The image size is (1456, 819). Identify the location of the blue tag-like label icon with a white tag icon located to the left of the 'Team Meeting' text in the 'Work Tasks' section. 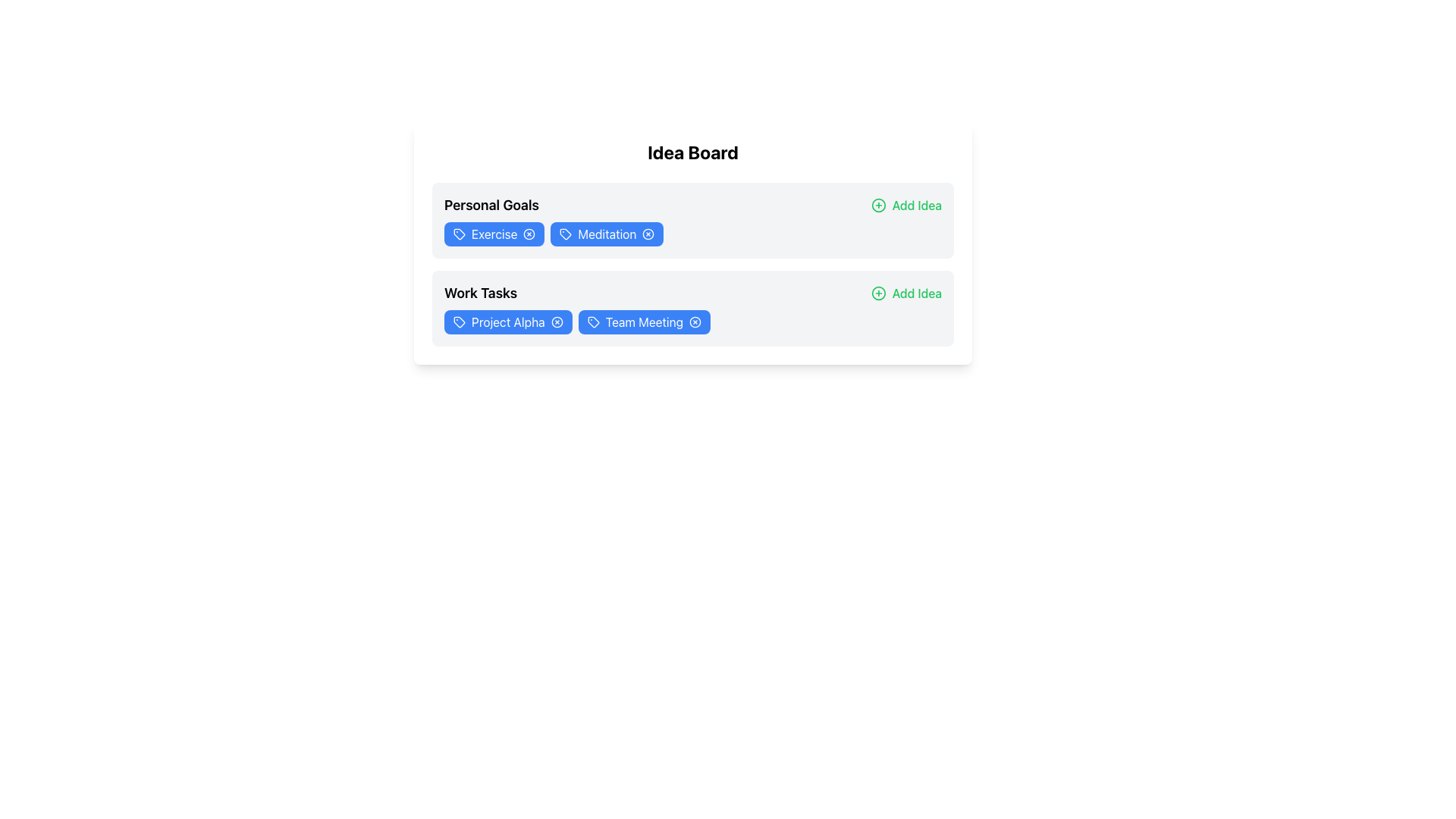
(592, 321).